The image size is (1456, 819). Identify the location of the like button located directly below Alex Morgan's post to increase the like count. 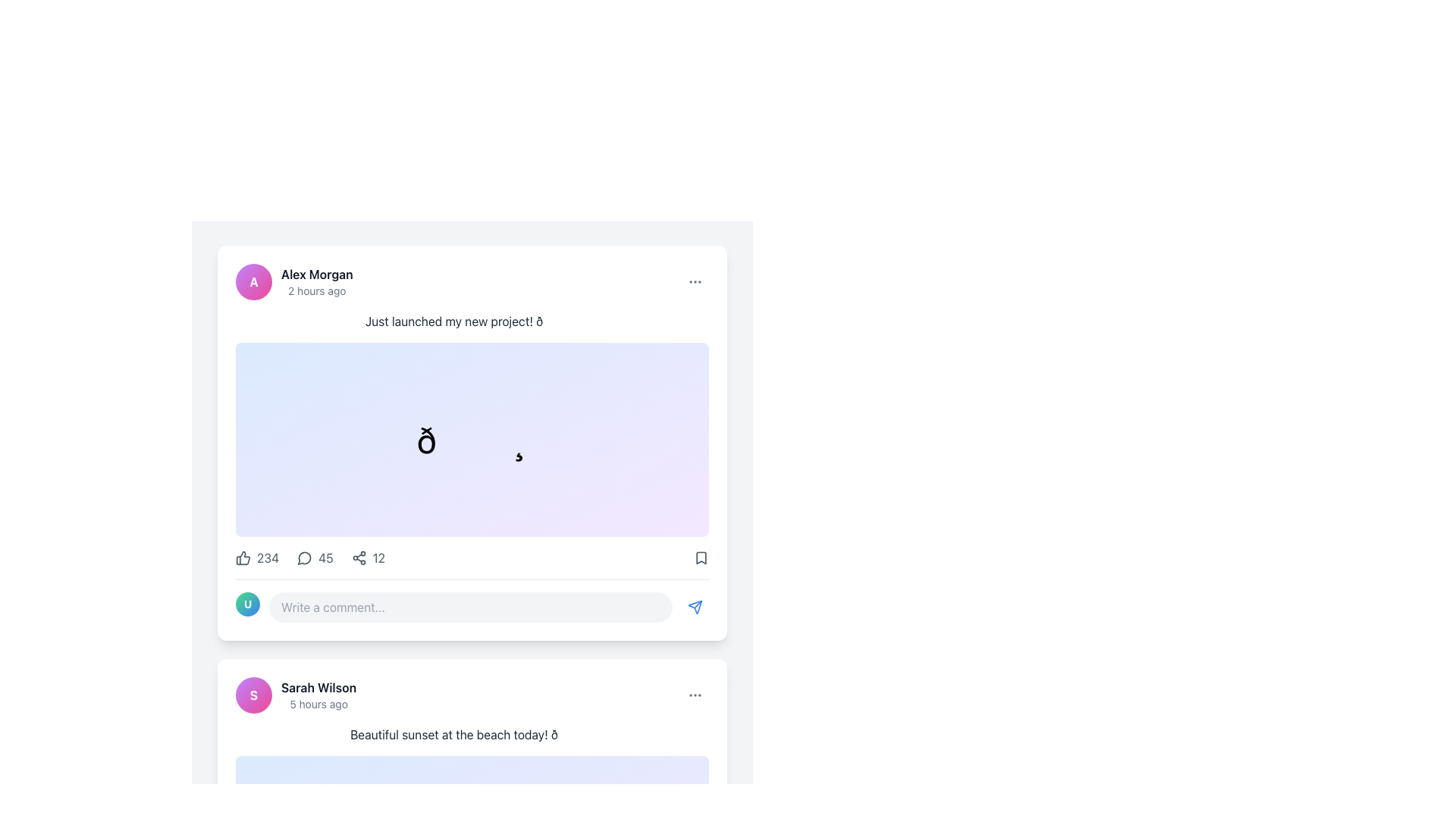
(257, 558).